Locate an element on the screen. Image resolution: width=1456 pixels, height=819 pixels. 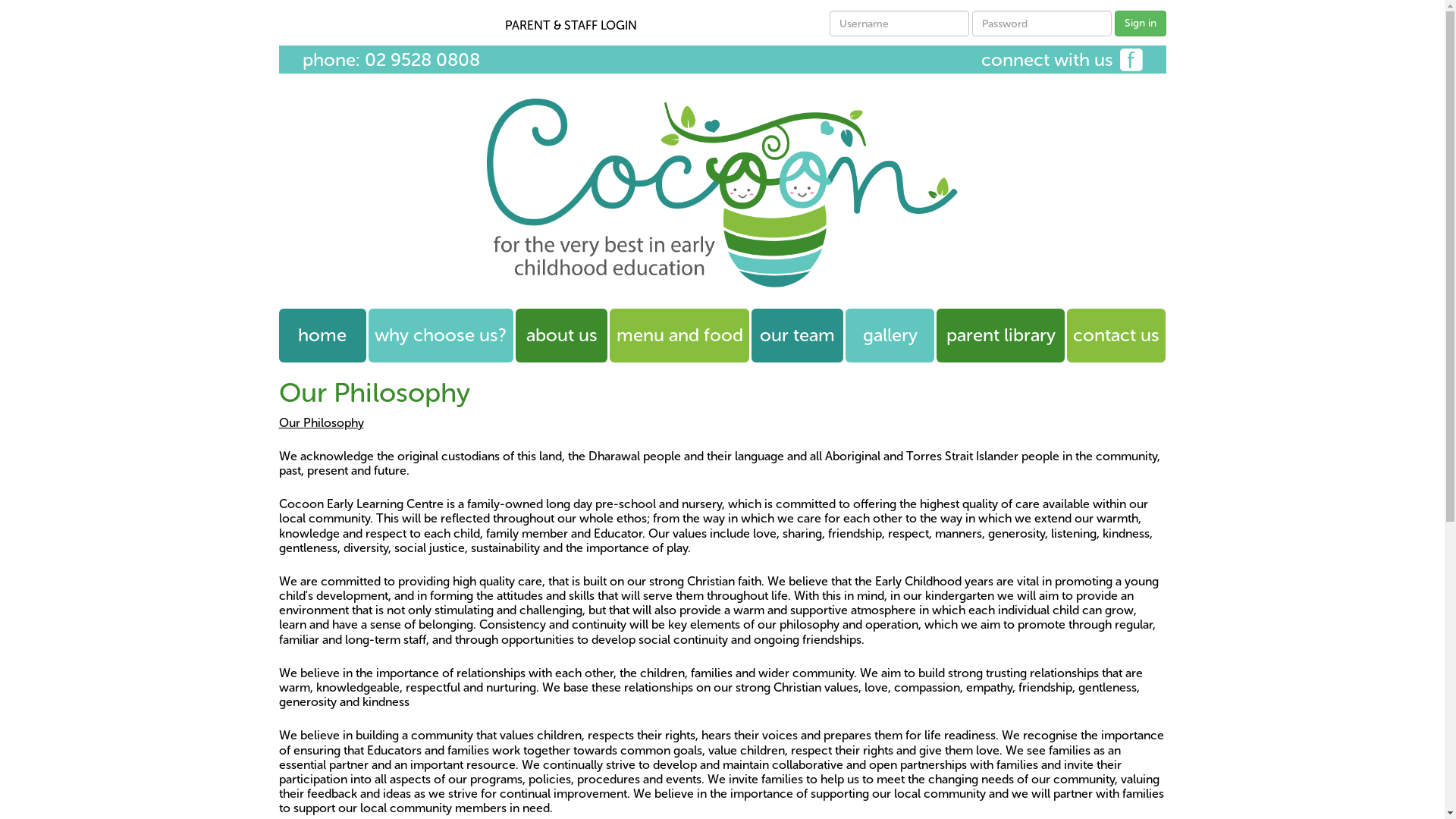
'gallery' is located at coordinates (890, 334).